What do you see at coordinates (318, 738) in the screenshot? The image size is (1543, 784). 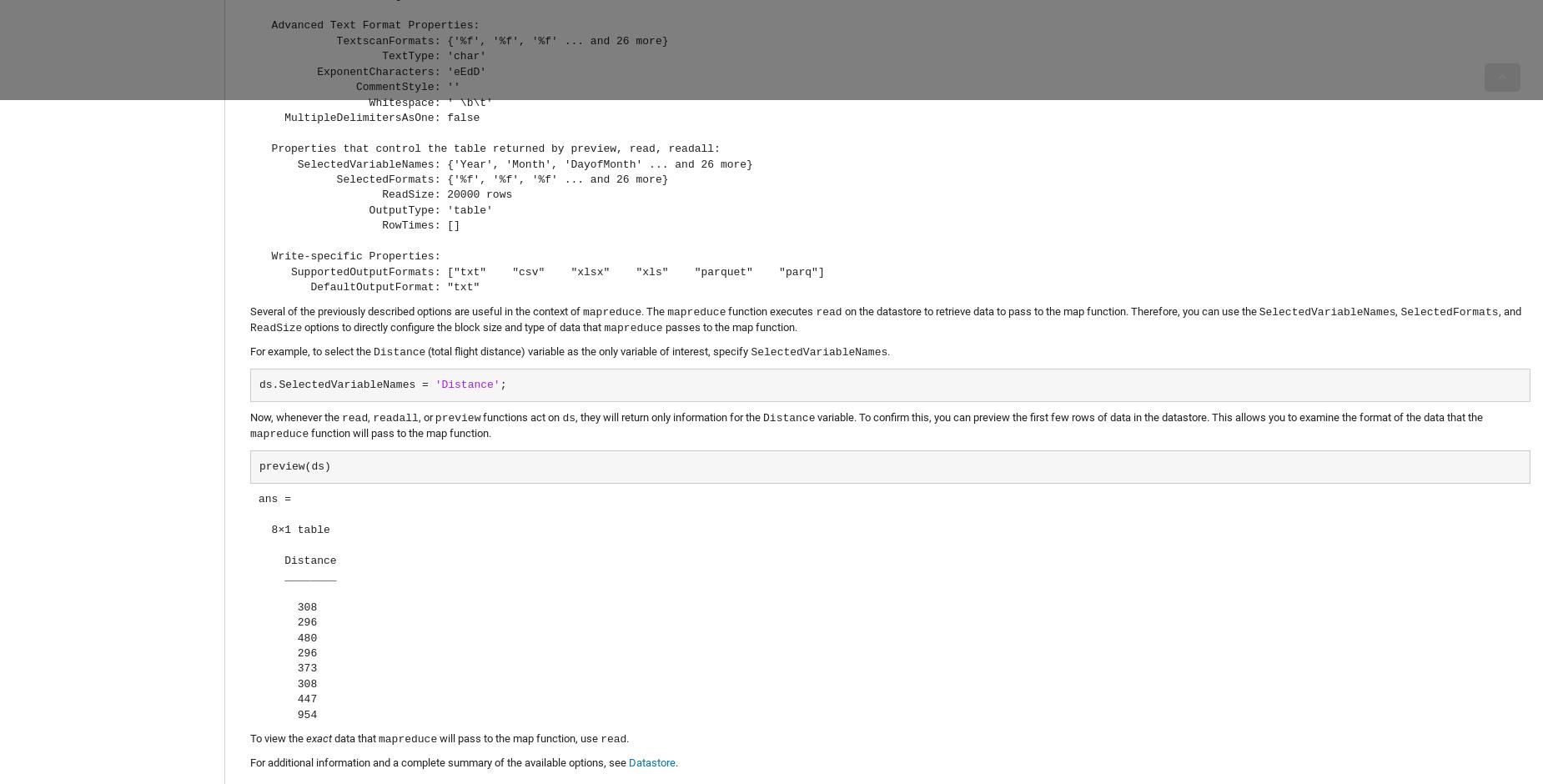 I see `'exact'` at bounding box center [318, 738].